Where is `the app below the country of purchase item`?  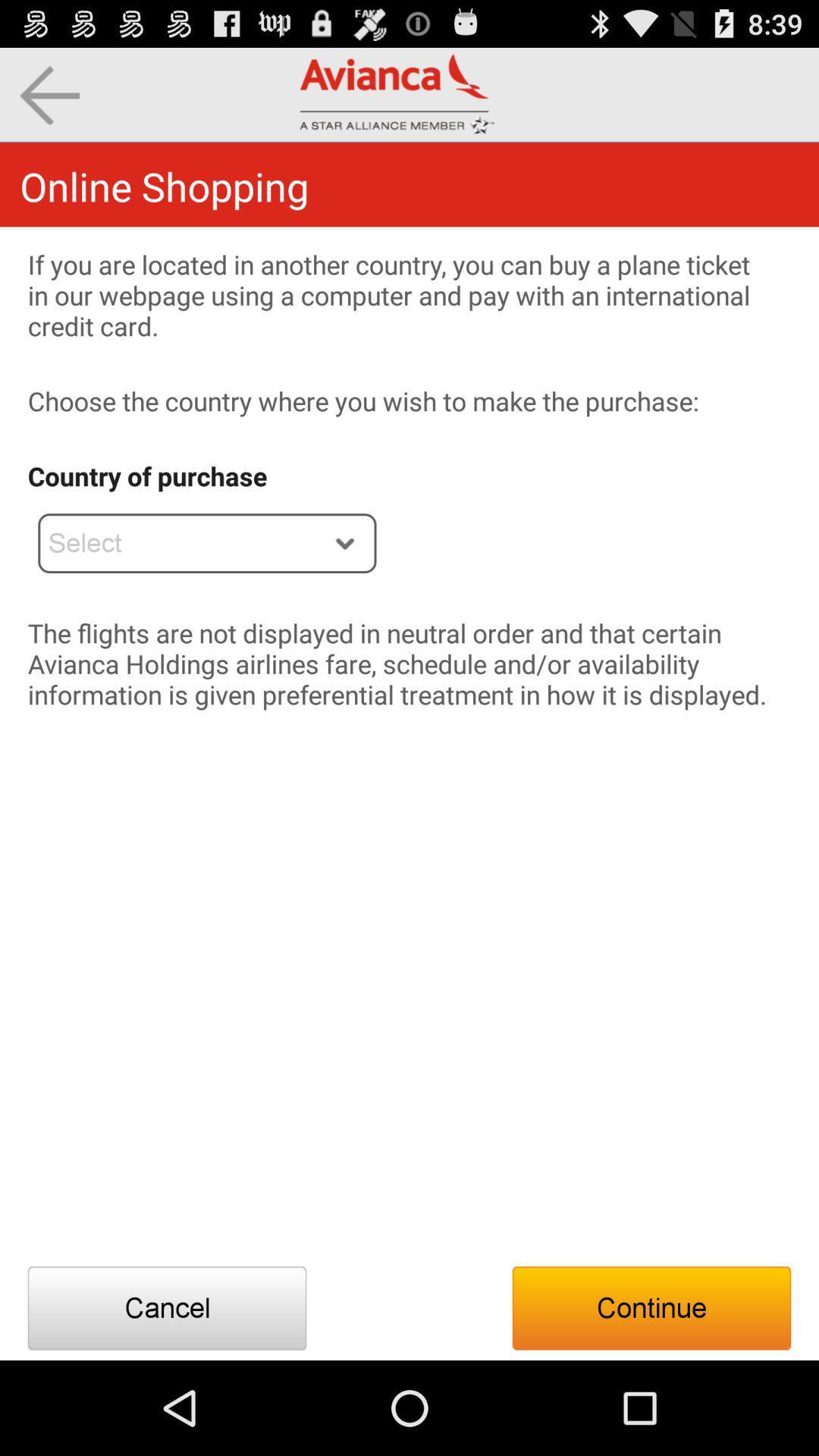
the app below the country of purchase item is located at coordinates (207, 543).